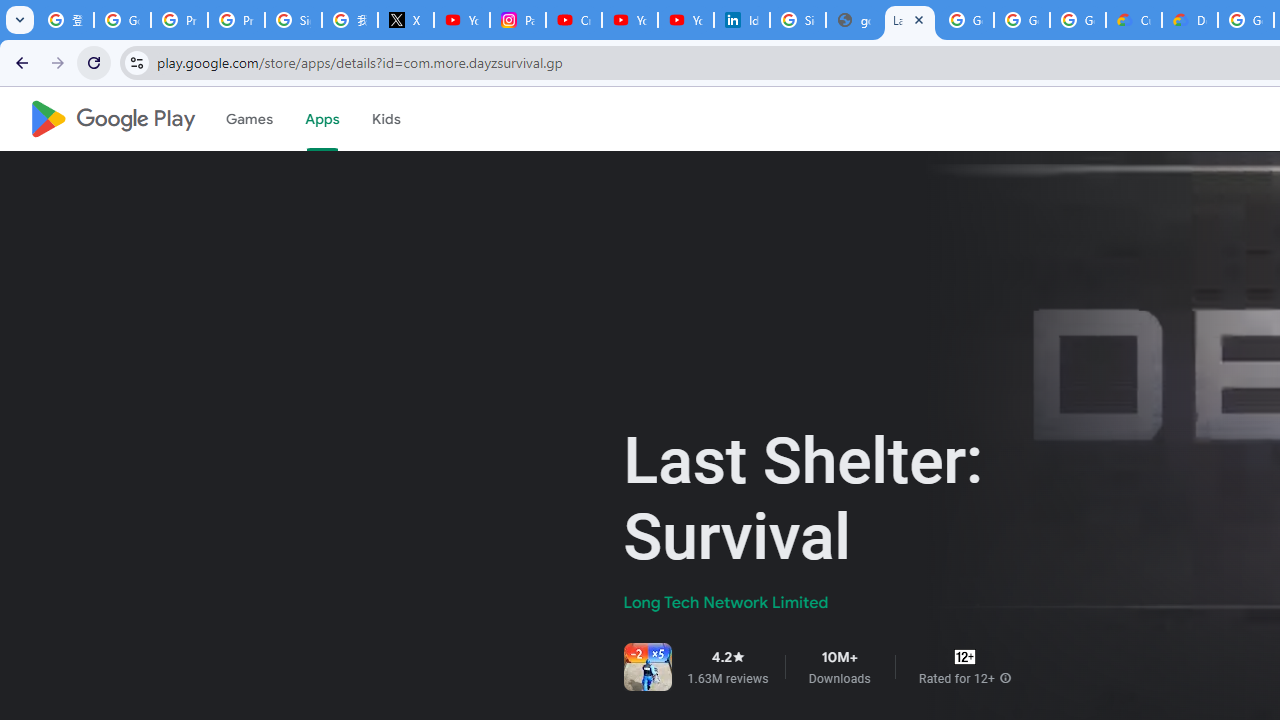 The width and height of the screenshot is (1280, 720). Describe the element at coordinates (404, 20) in the screenshot. I see `'X'` at that location.